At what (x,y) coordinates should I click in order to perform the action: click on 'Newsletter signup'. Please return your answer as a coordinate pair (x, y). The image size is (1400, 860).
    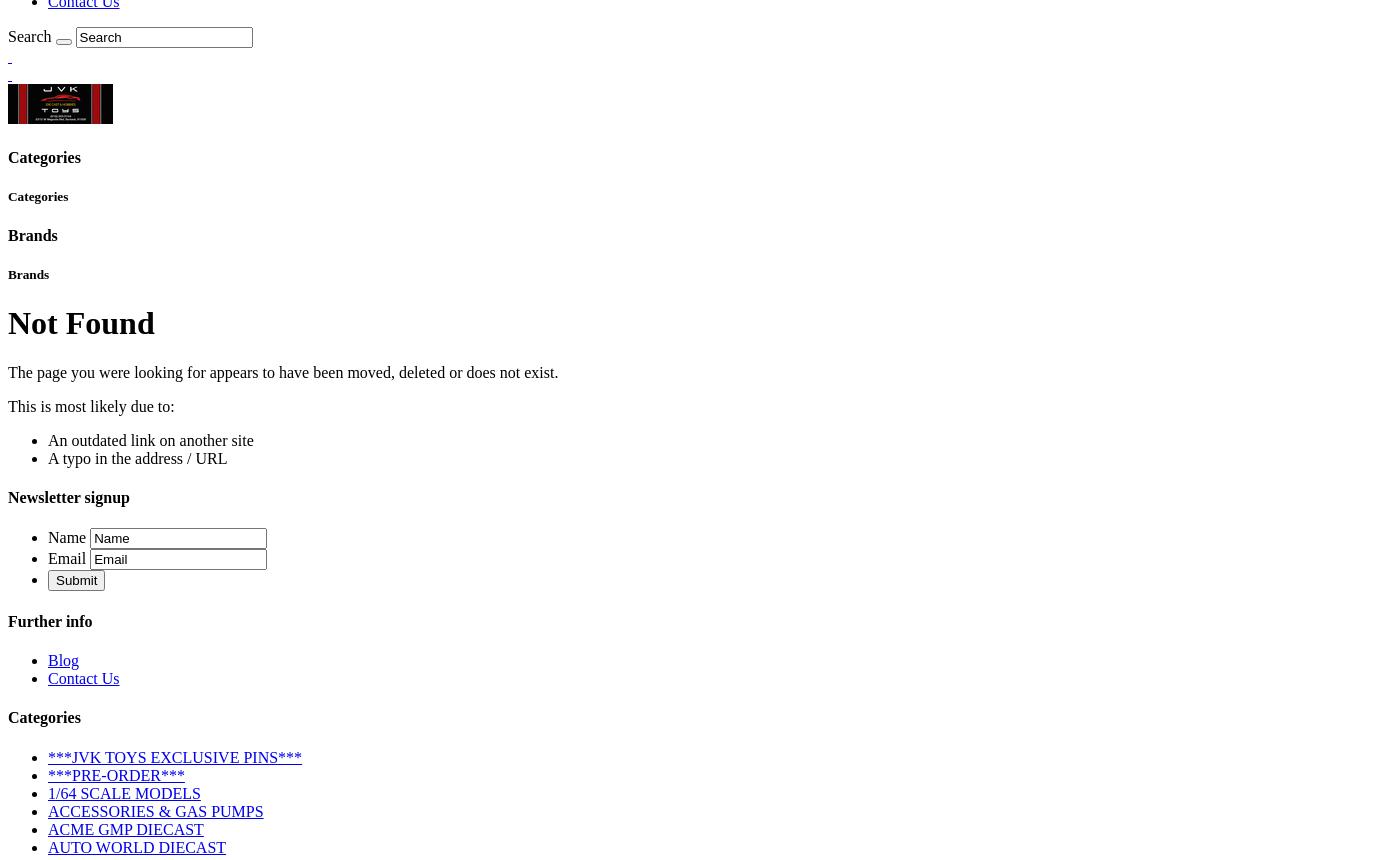
    Looking at the image, I should click on (68, 496).